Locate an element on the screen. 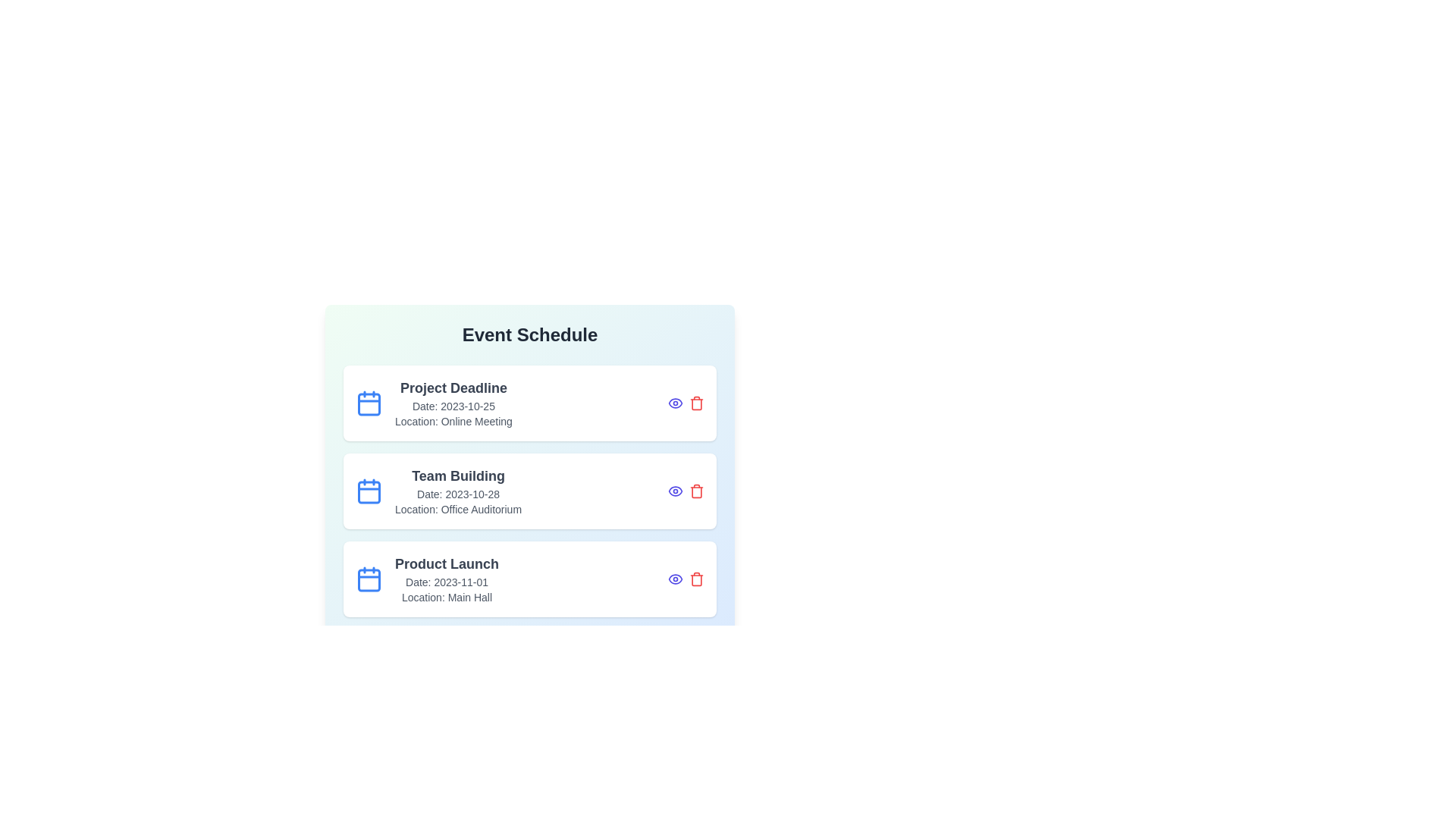 This screenshot has height=819, width=1456. 'View' button for the event with ID 1 is located at coordinates (675, 403).